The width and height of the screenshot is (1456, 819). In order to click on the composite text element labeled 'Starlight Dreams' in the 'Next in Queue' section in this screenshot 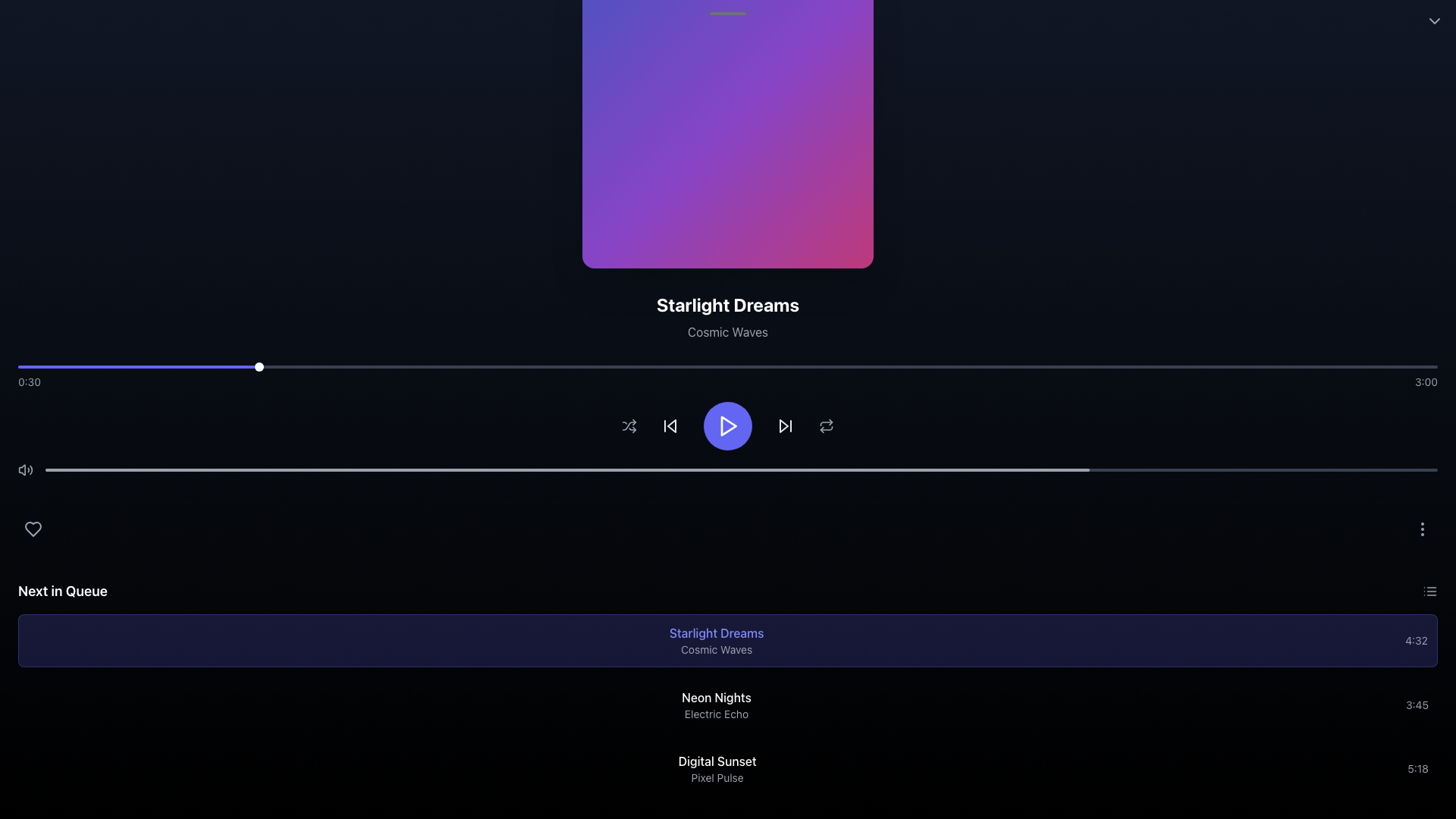, I will do `click(716, 640)`.